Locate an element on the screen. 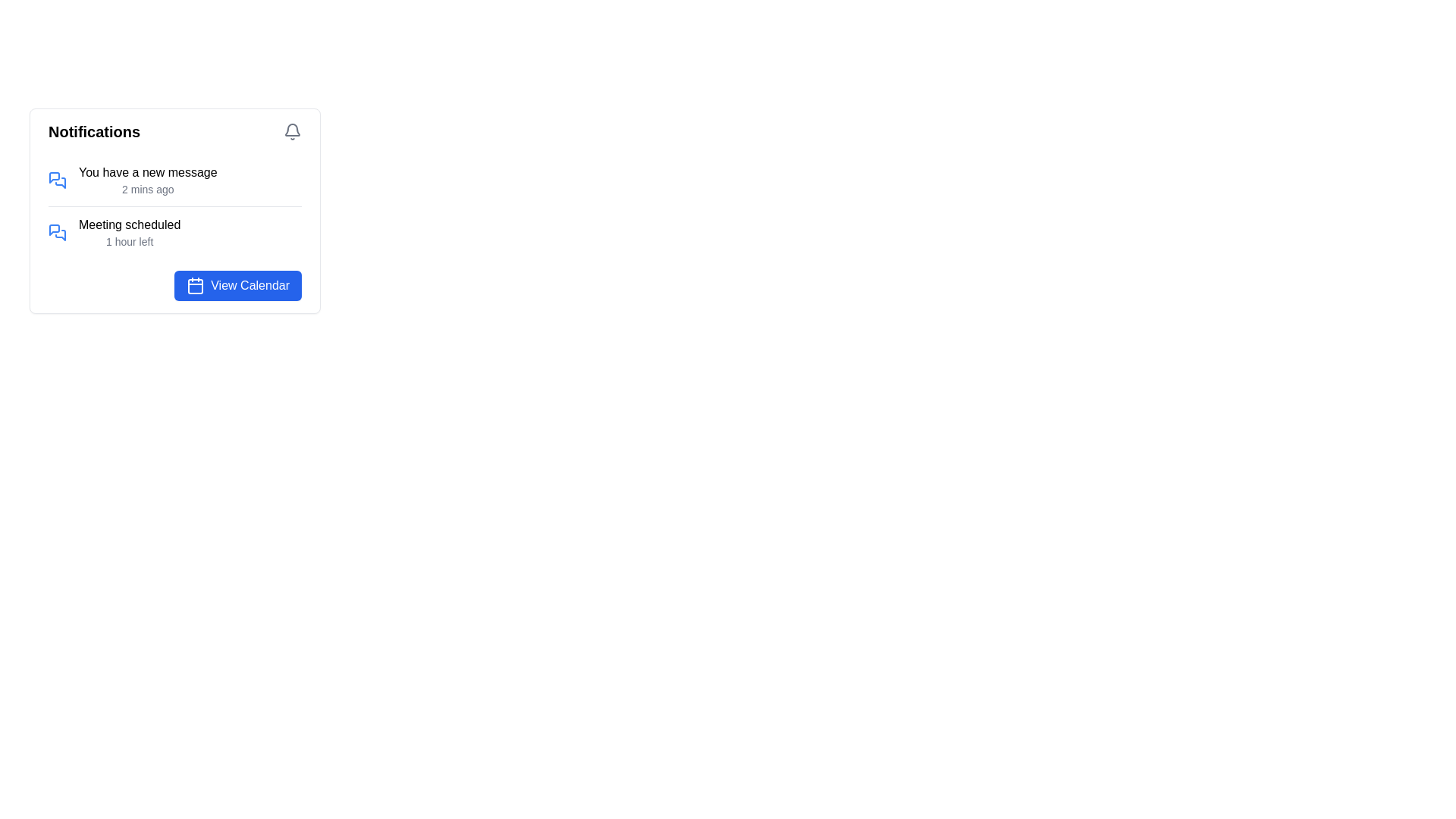  the navigation button located in the bottom-right corner of the white notification panel is located at coordinates (237, 286).